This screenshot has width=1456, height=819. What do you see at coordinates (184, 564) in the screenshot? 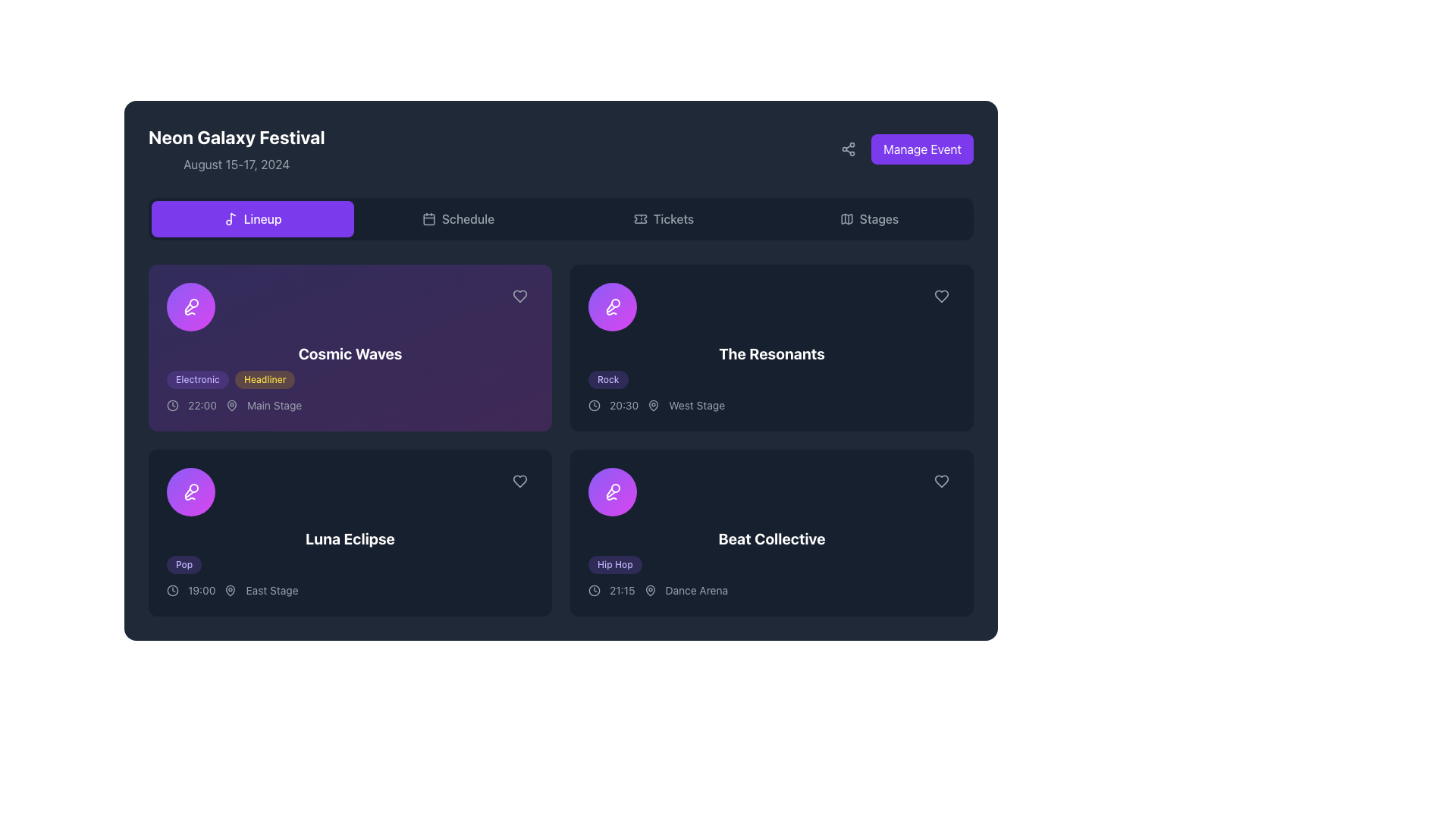
I see `information contained in the small, rounded rectangular label with a purple background and the text 'Pop' located at the bottom-left corner of the event card titled 'Luna Eclipse'` at bounding box center [184, 564].